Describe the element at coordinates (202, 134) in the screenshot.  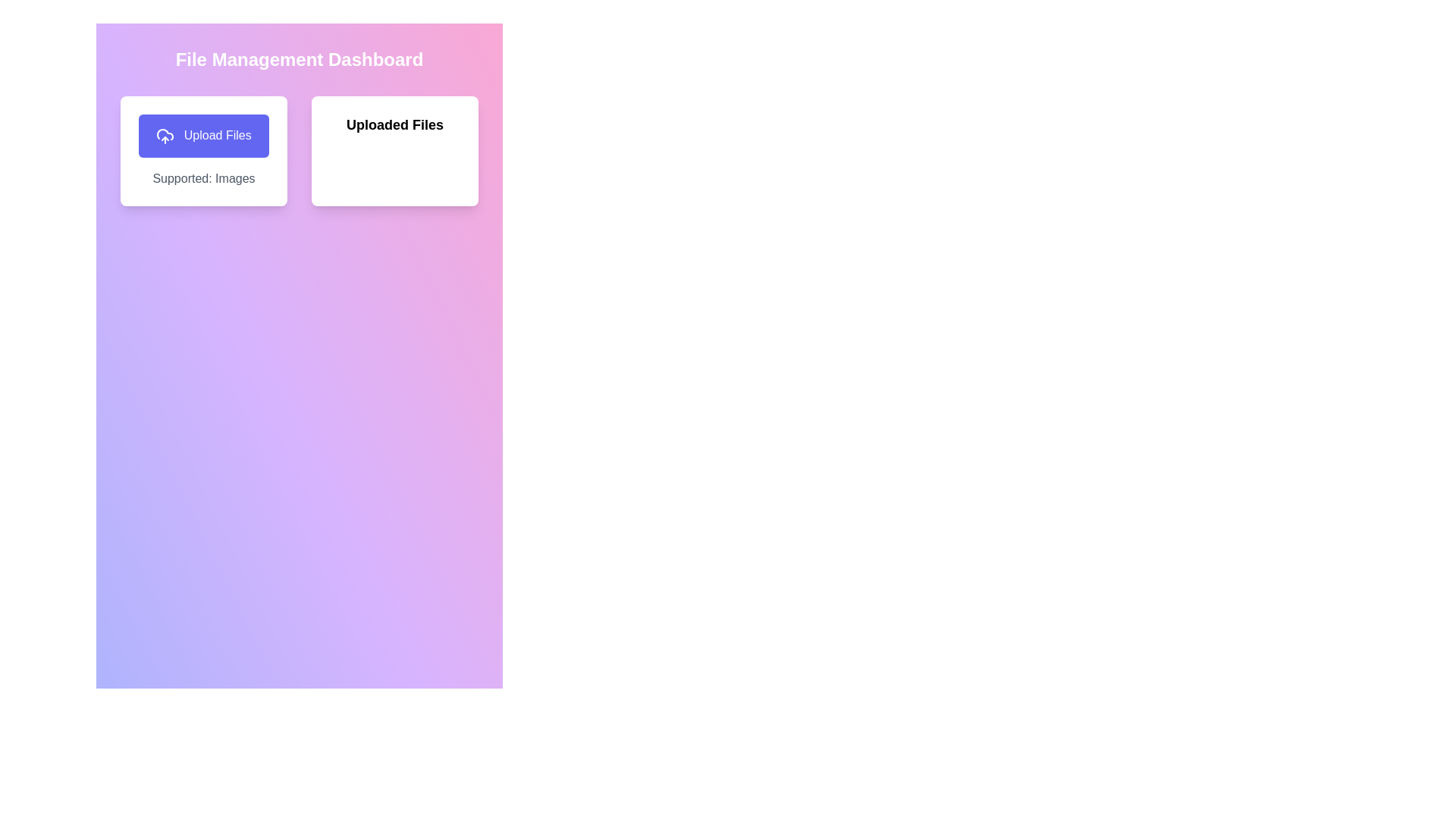
I see `the file upload button located at the top left of the interface, above the 'Supported: Images' text and next to the 'Uploaded Files' card, to initiate a file upload` at that location.